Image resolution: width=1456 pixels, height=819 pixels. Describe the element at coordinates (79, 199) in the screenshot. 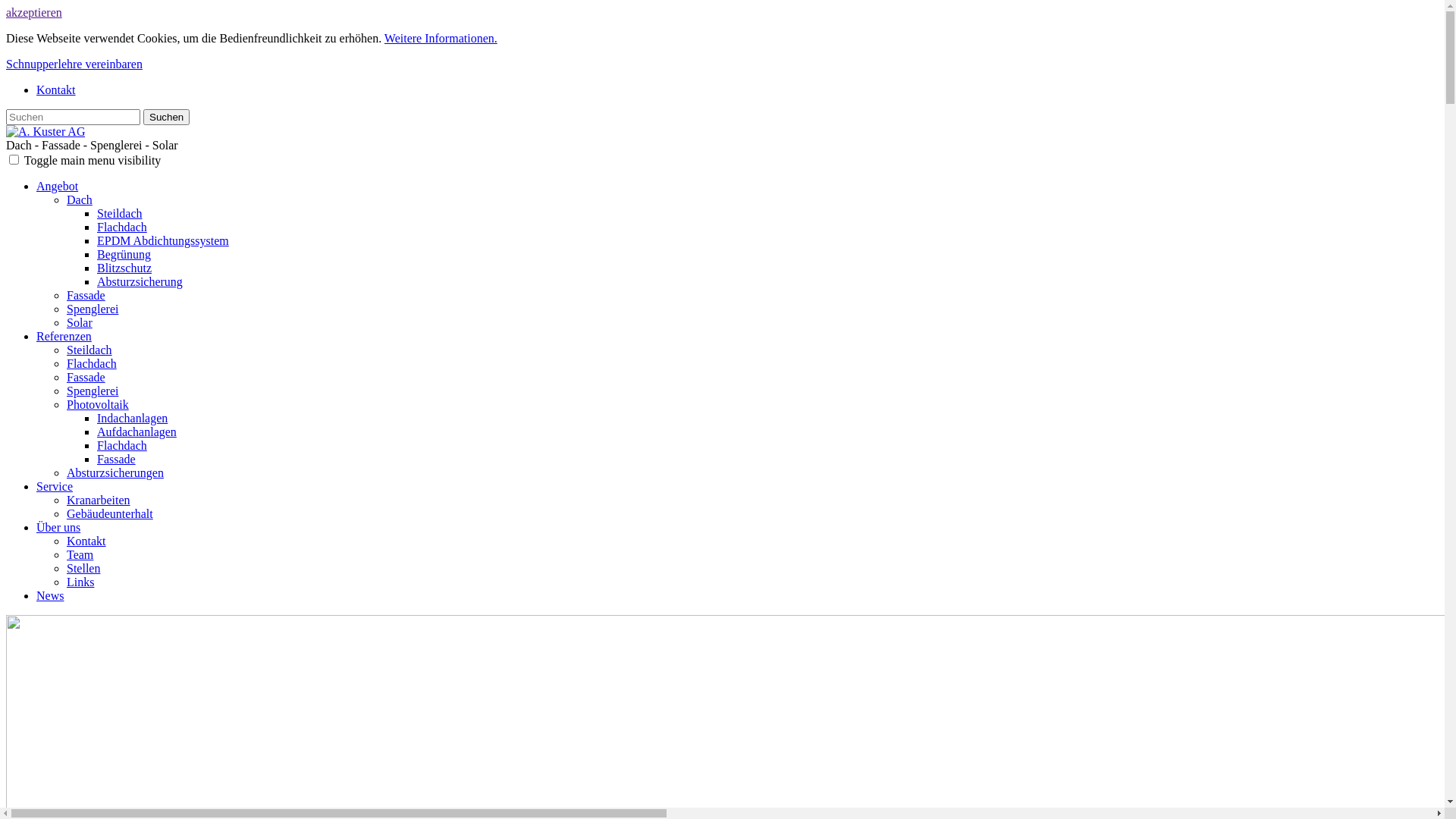

I see `'Dach'` at that location.